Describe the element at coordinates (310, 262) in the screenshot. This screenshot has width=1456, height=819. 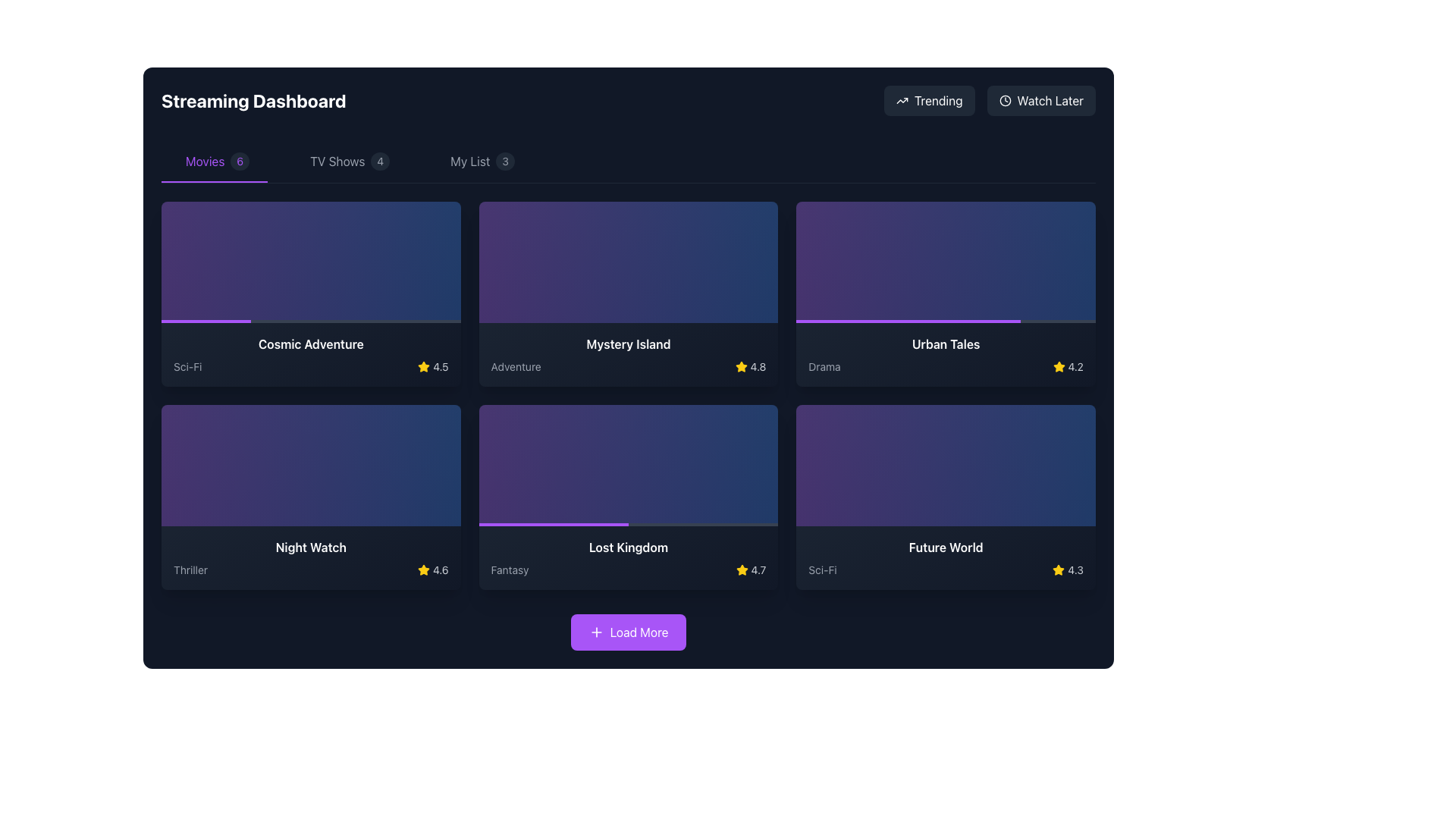
I see `the rectangular gradient background that transitions from semi-transparent purple to semi-transparent blue, located in the top section of the 'Cosmic Adventure' card` at that location.